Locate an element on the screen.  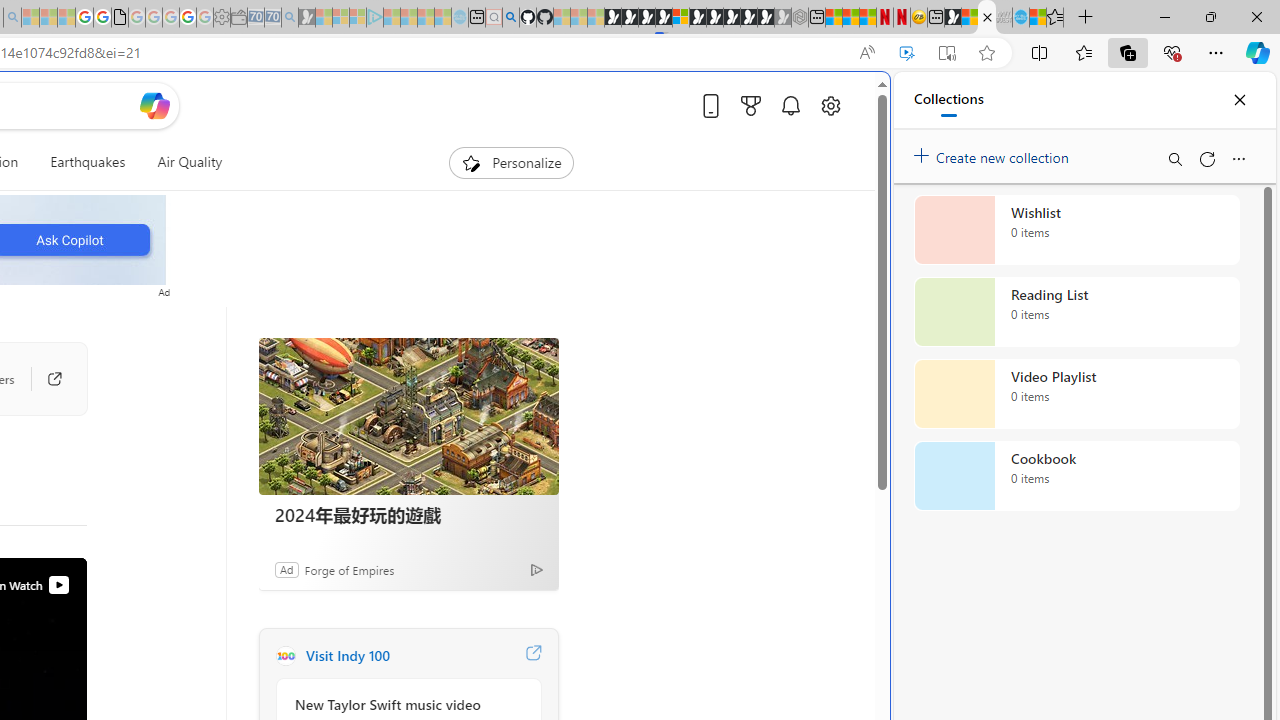
'Cheap Car Rentals - Save70.com - Sleeping' is located at coordinates (272, 17).